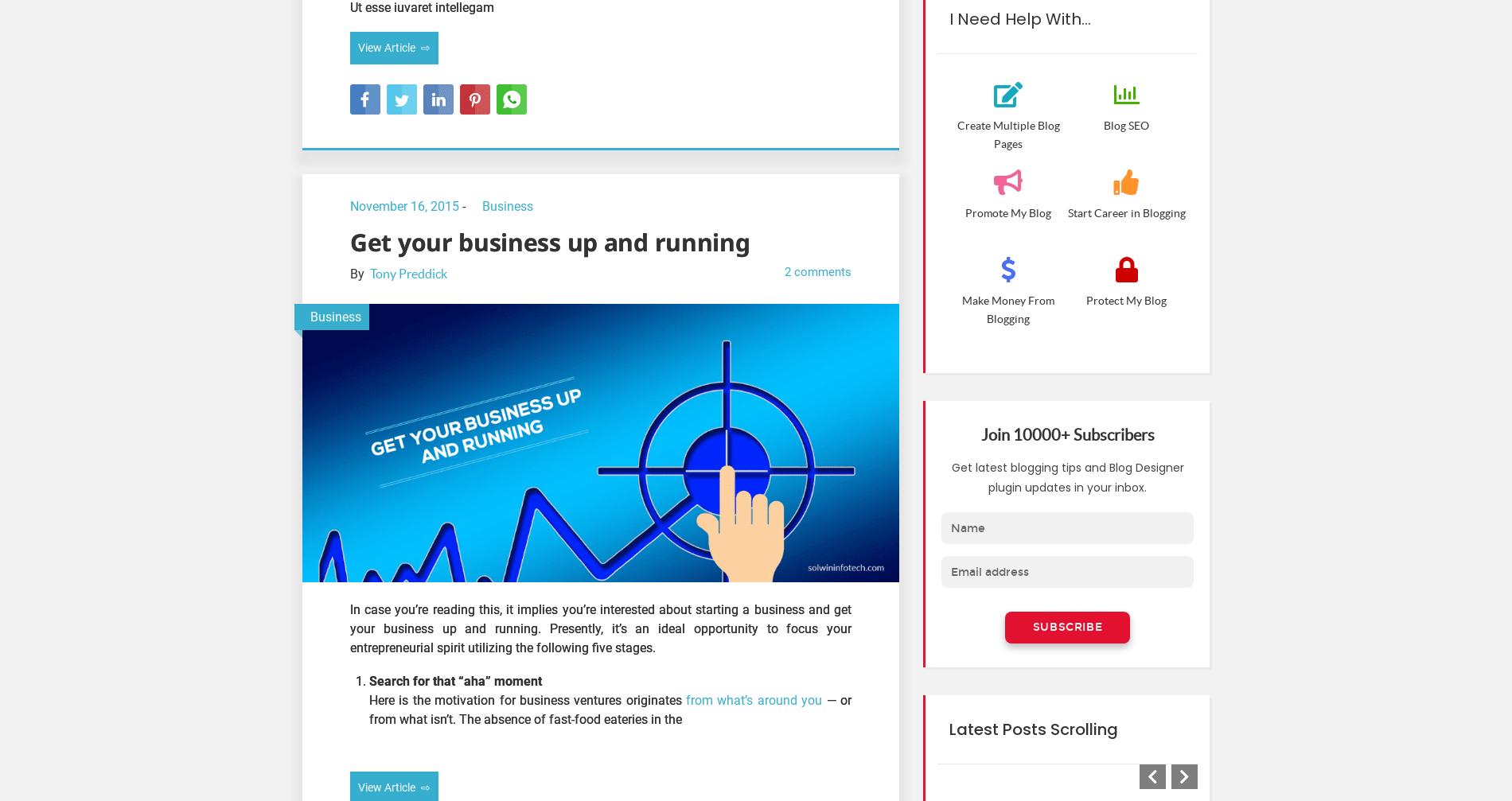 Image resolution: width=1512 pixels, height=801 pixels. I want to click on 'Make Money From Blogging', so click(1007, 309).